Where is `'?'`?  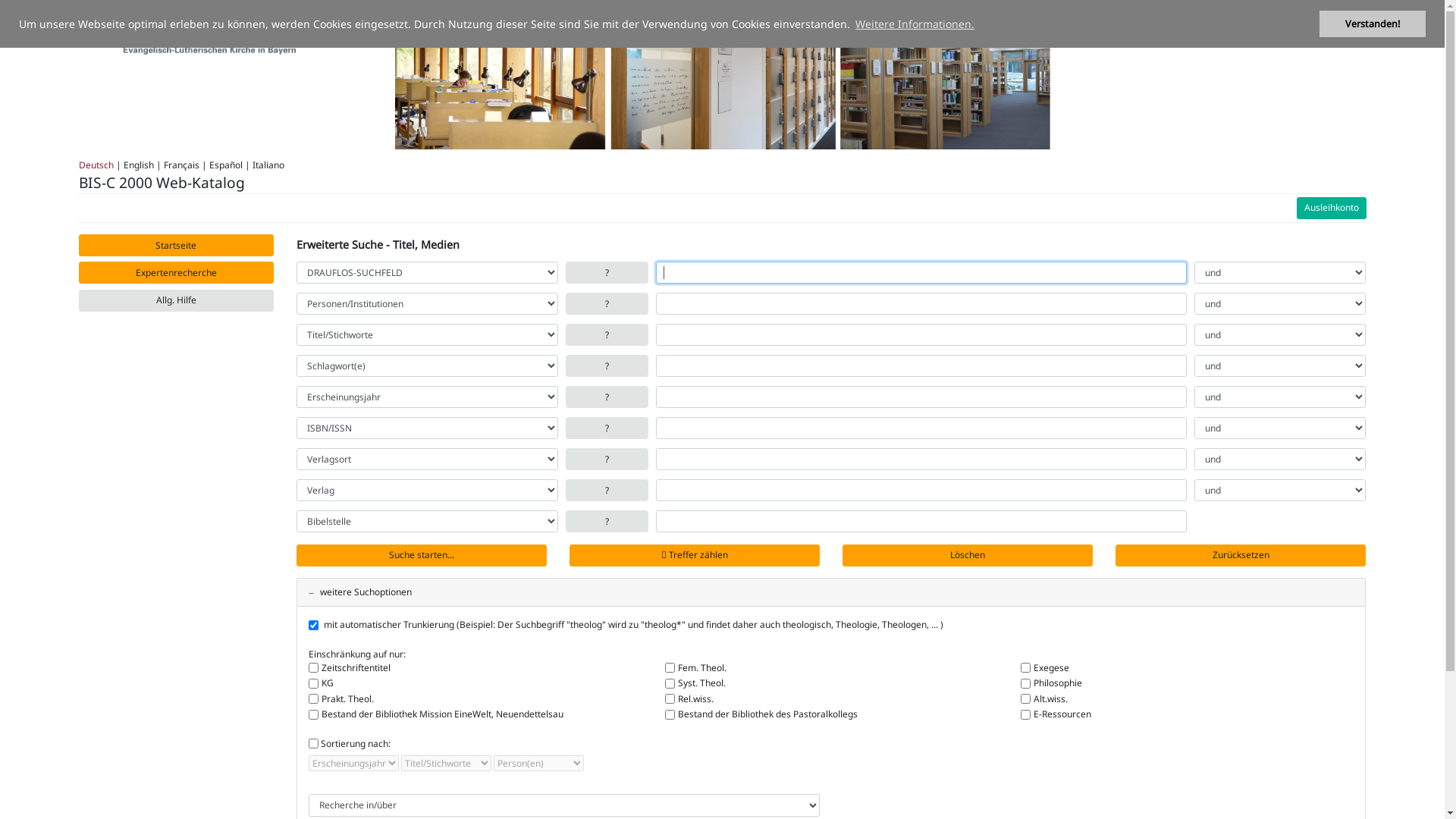
'?' is located at coordinates (564, 271).